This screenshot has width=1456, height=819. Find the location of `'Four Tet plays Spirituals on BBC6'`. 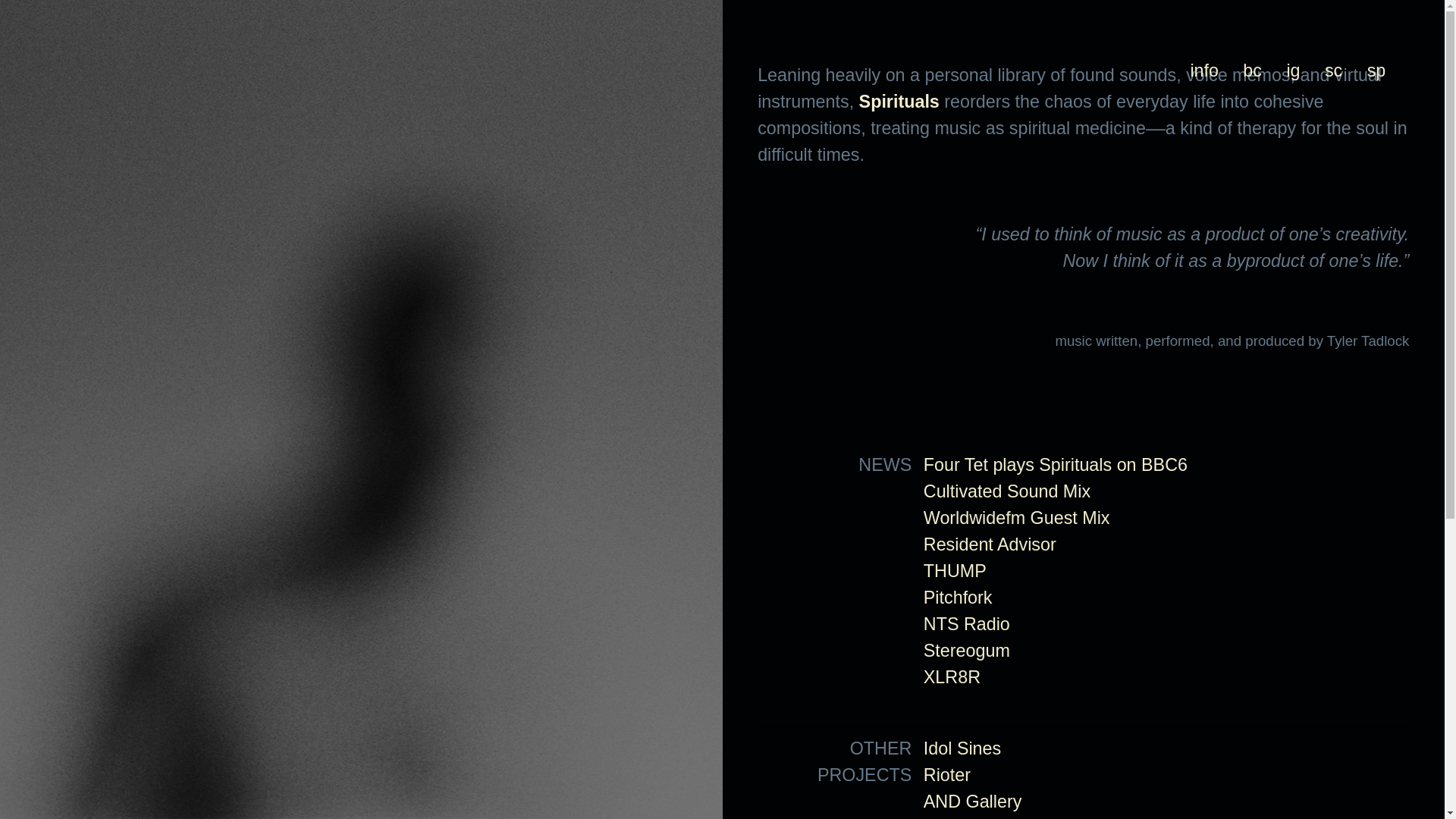

'Four Tet plays Spirituals on BBC6' is located at coordinates (1055, 464).